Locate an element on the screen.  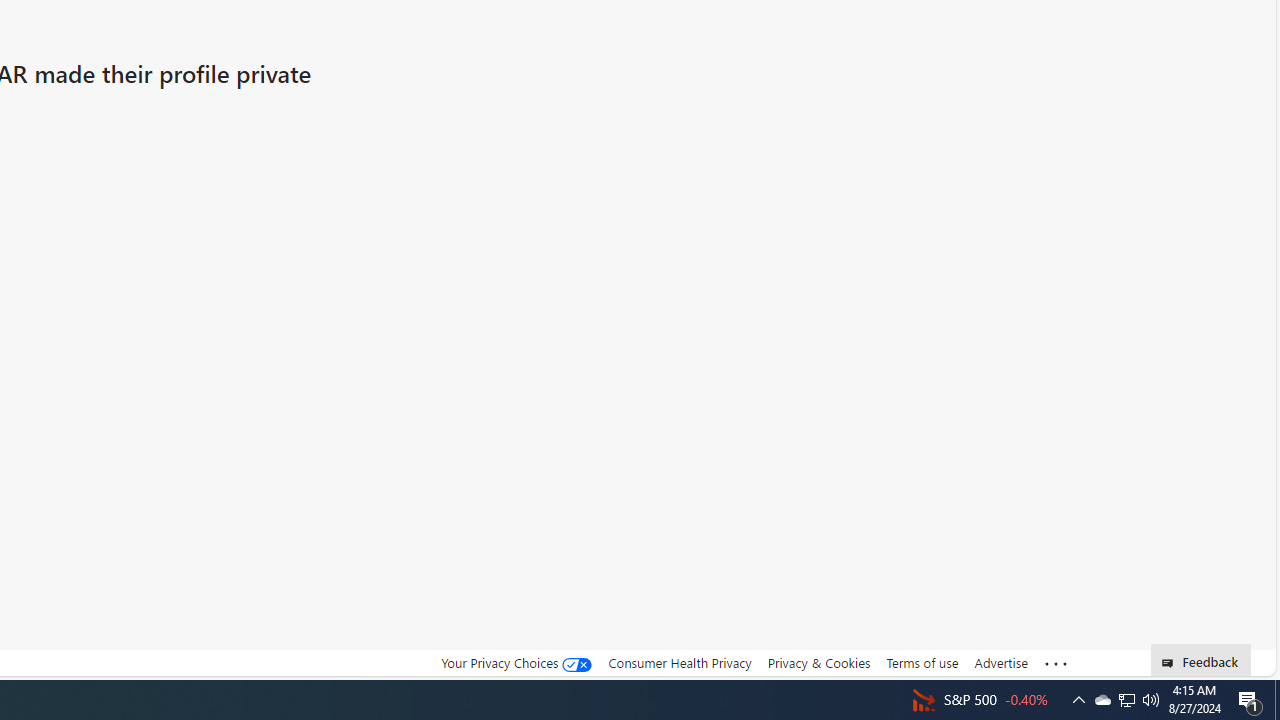
'Privacy & Cookies' is located at coordinates (818, 663).